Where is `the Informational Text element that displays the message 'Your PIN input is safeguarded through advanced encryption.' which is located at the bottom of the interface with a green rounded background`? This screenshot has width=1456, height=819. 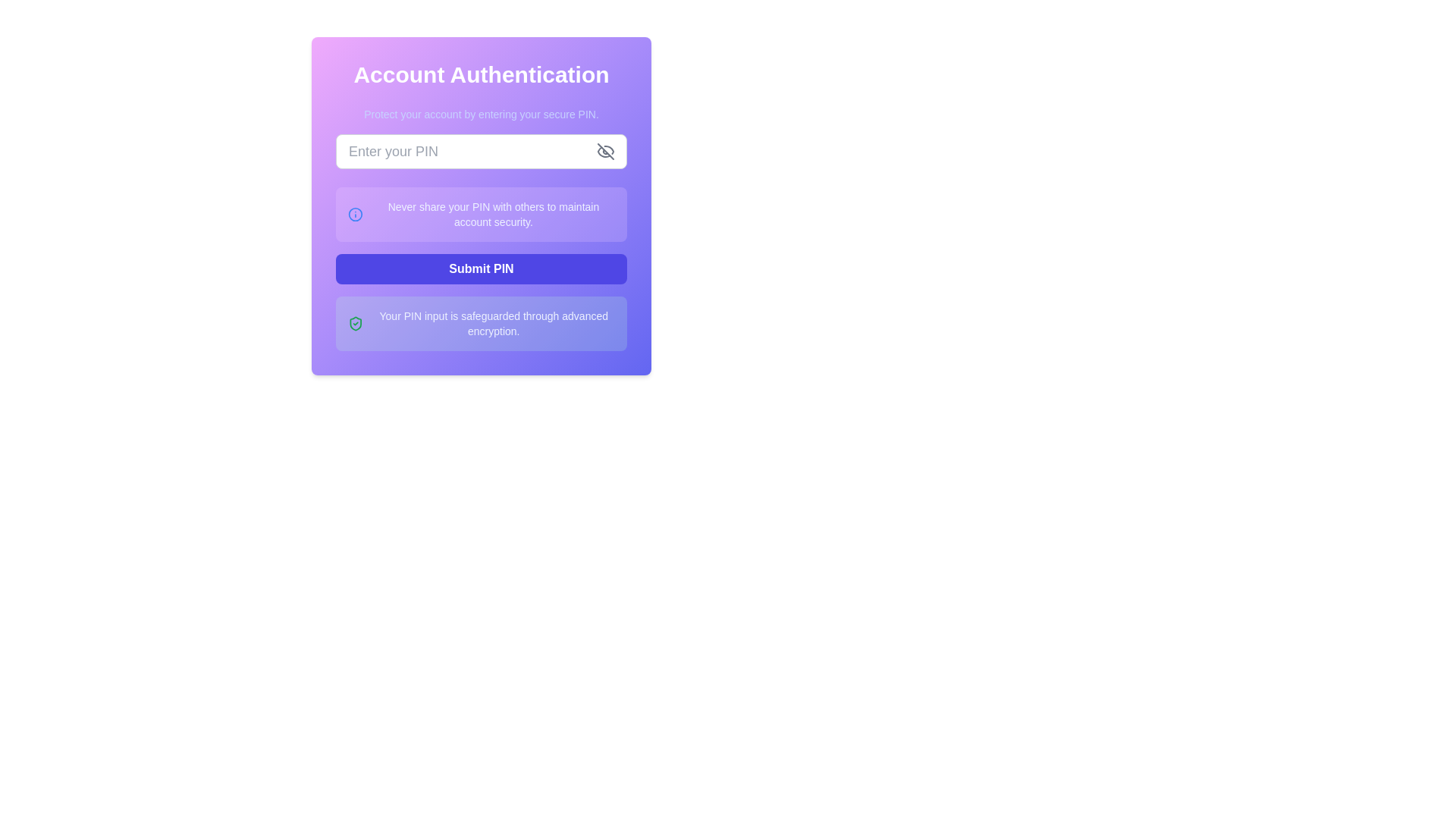
the Informational Text element that displays the message 'Your PIN input is safeguarded through advanced encryption.' which is located at the bottom of the interface with a green rounded background is located at coordinates (494, 323).